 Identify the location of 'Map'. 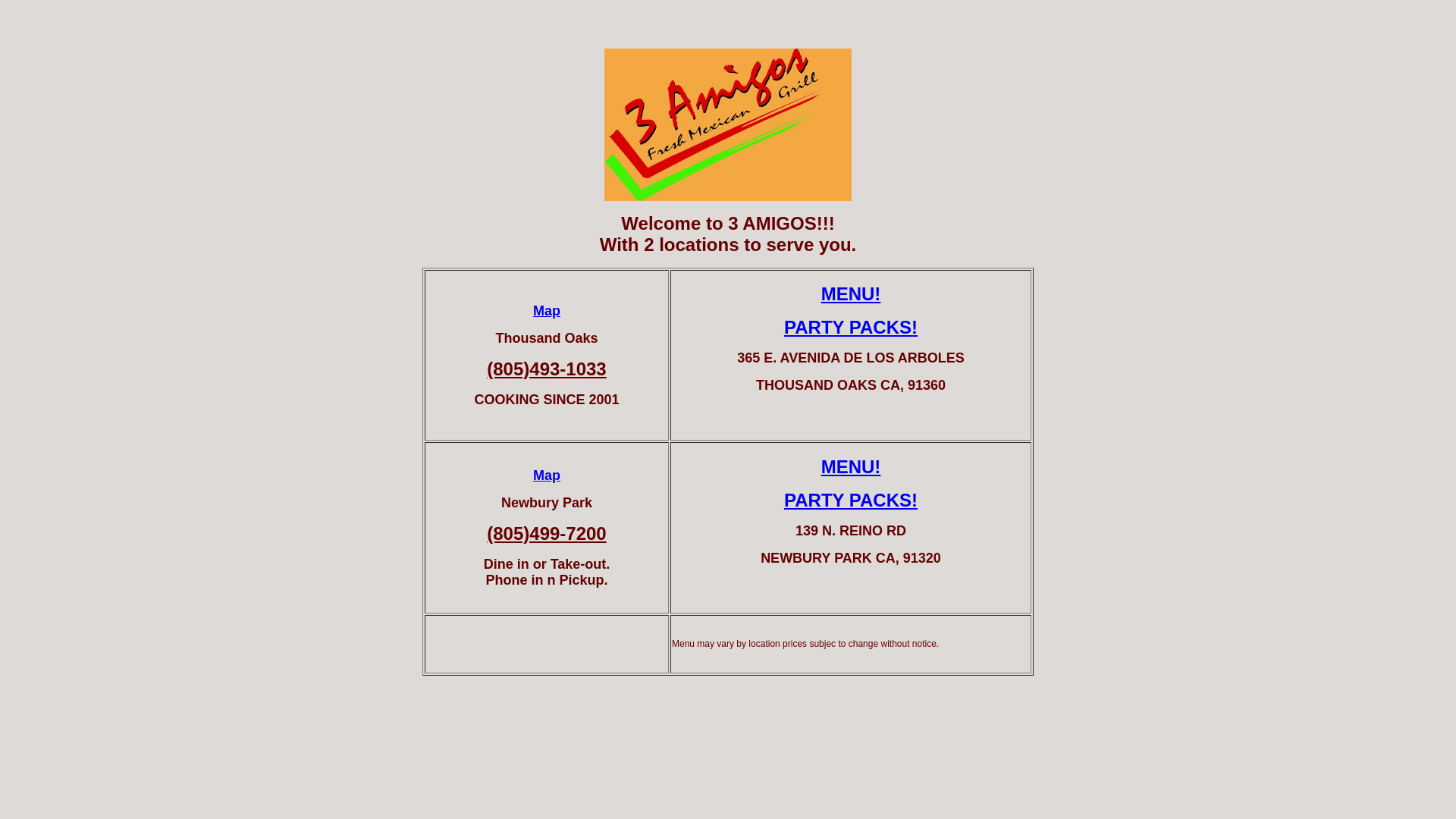
(546, 475).